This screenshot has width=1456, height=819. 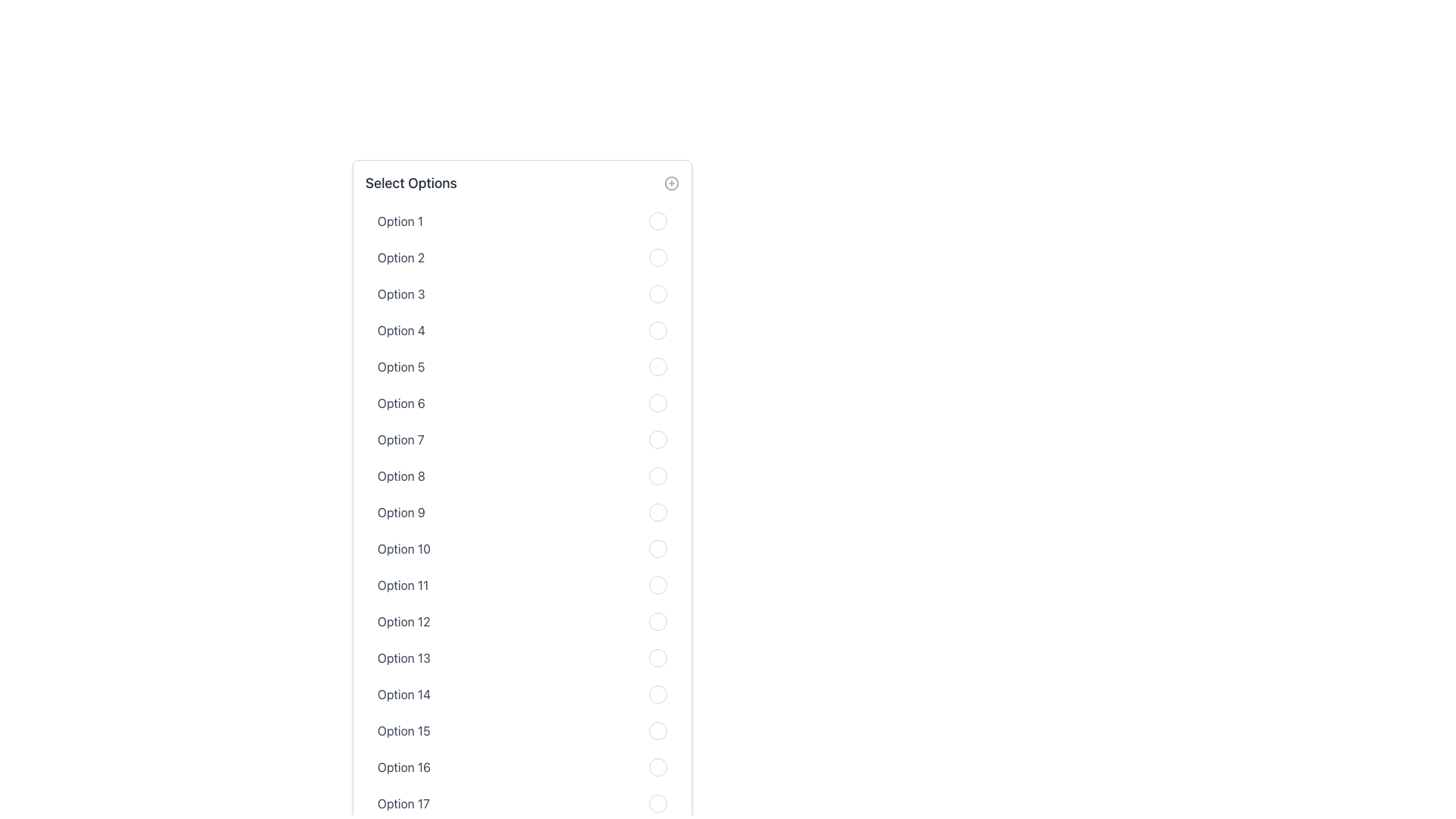 I want to click on the label 'Option 3', which is the third item in a vertical list of options styled in gray color, so click(x=401, y=294).